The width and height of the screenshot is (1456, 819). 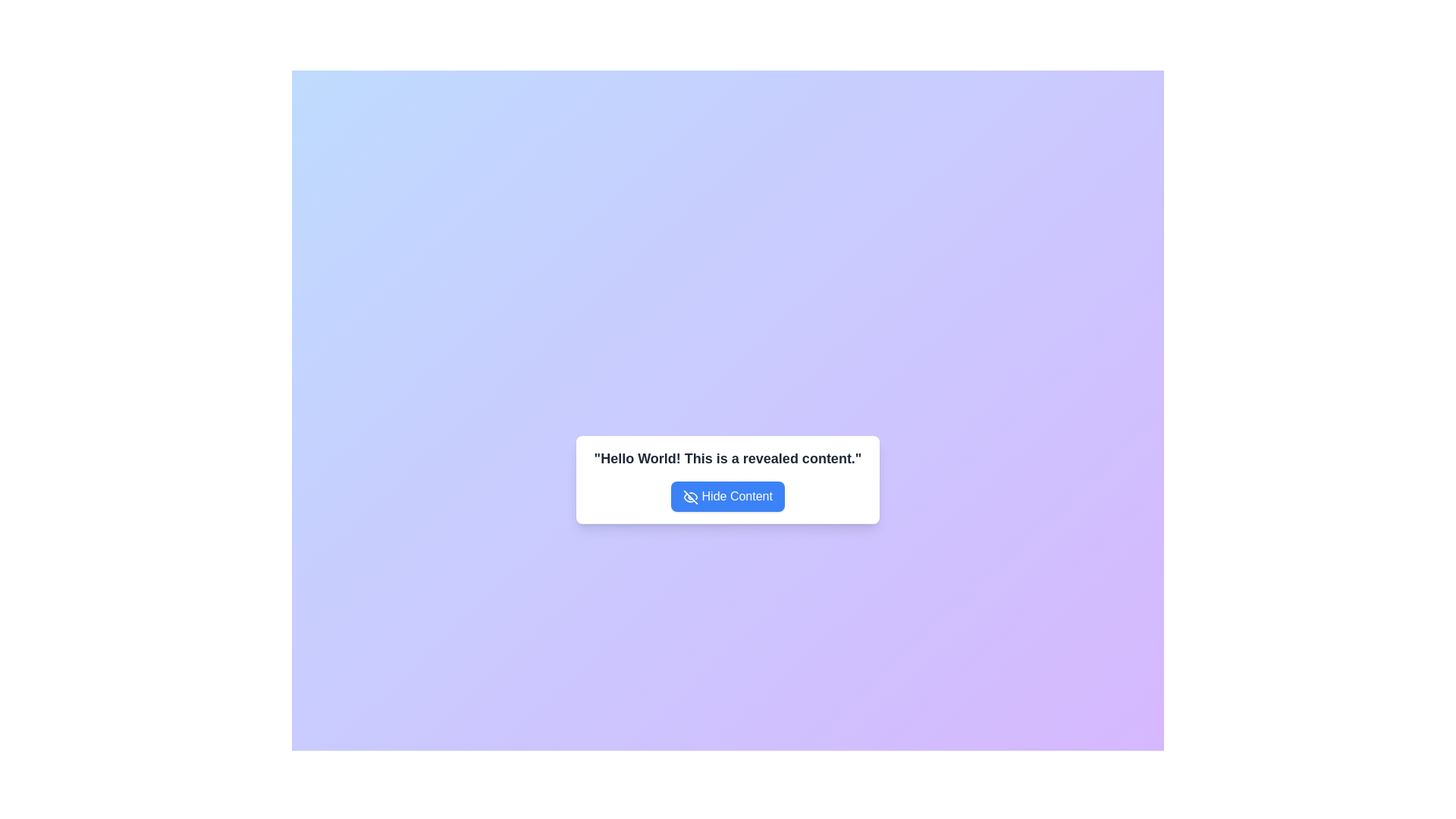 What do you see at coordinates (690, 497) in the screenshot?
I see `the 'eye-off' icon within the 'Hide Content' blue button` at bounding box center [690, 497].